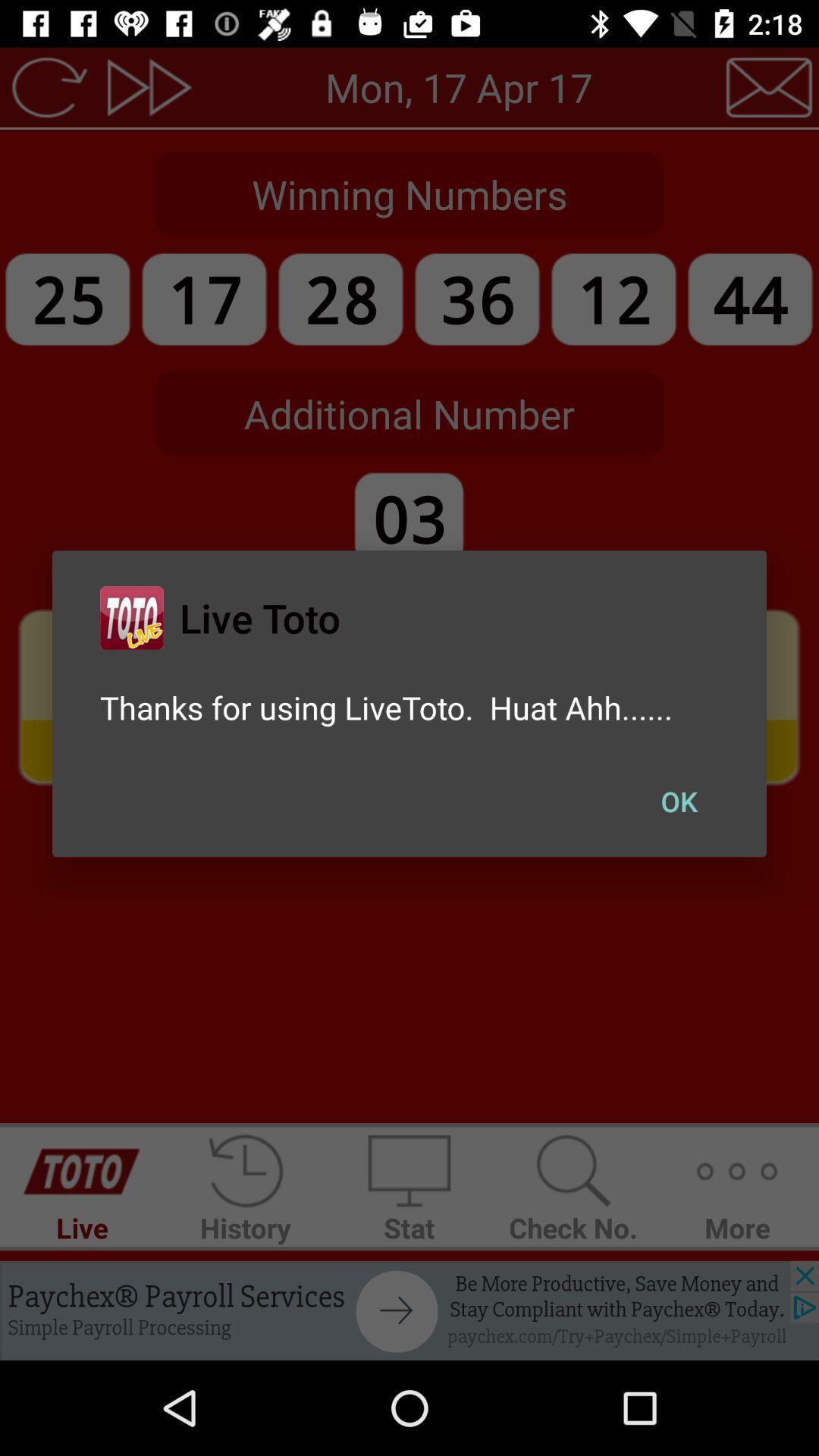  What do you see at coordinates (49, 86) in the screenshot?
I see `the refresh icon` at bounding box center [49, 86].